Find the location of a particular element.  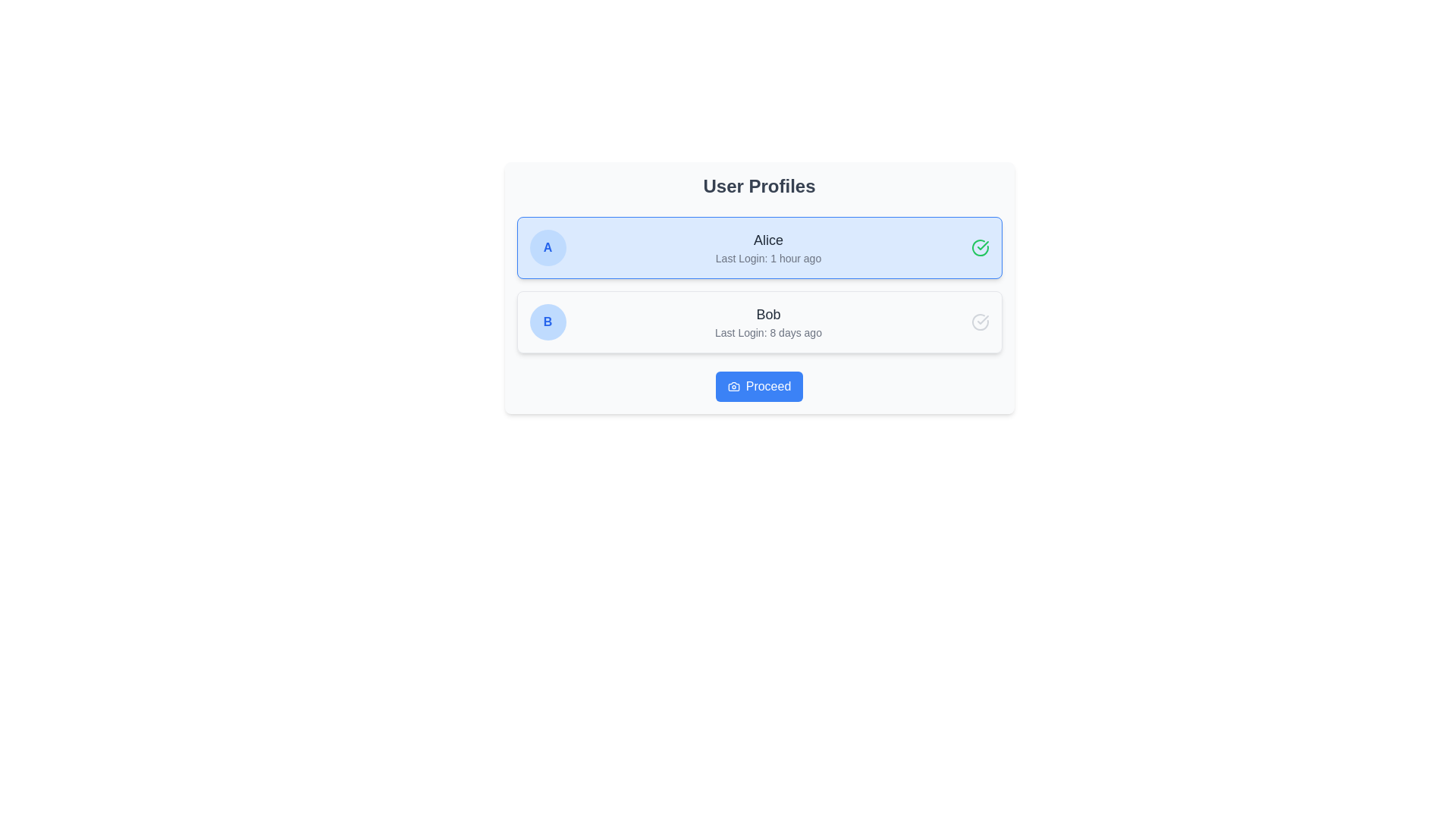

the 'User Profiles' text label, which is styled in bold and larger font, positioned at the top of the section above the user profiles list is located at coordinates (759, 186).